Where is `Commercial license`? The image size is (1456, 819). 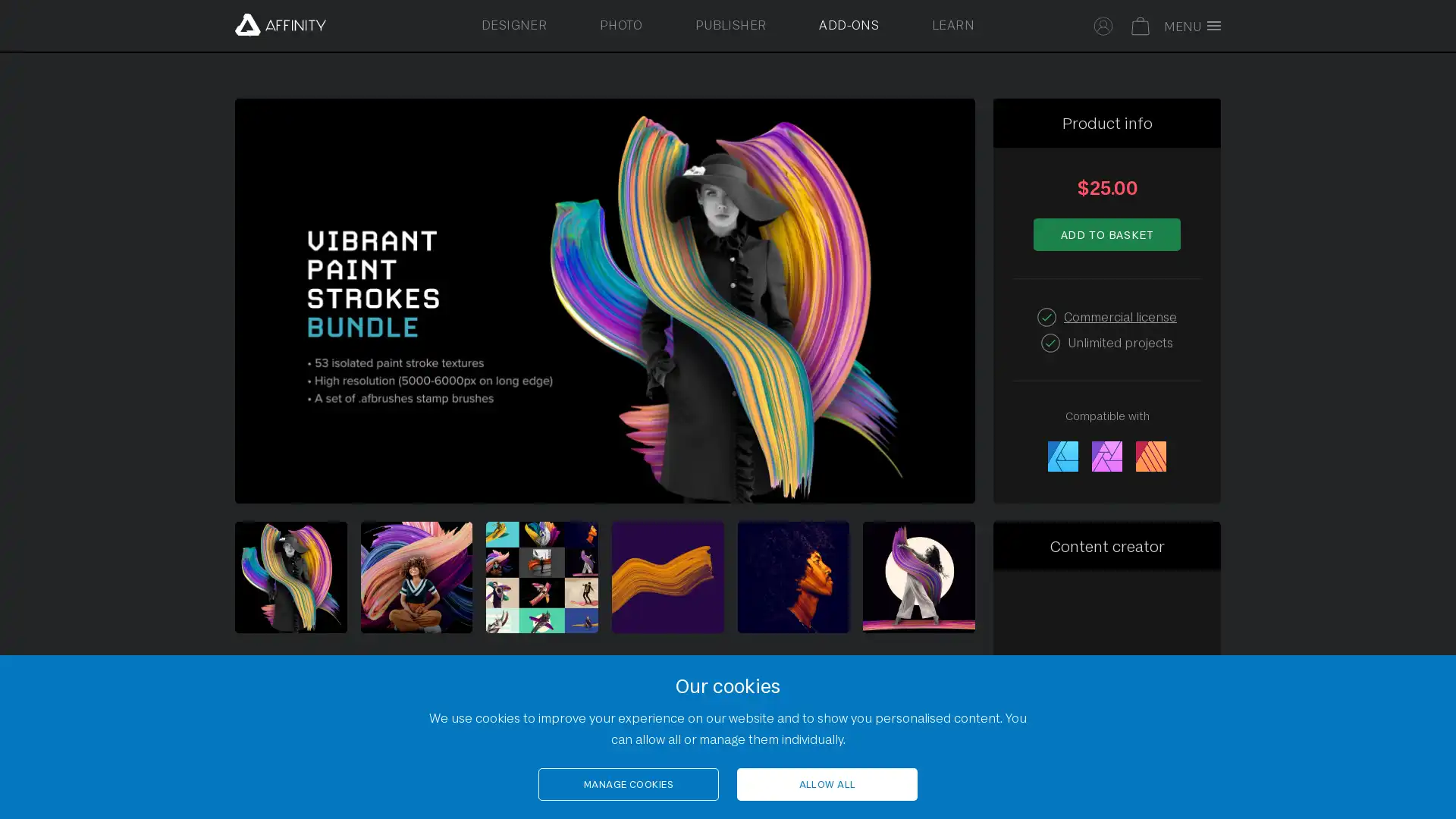 Commercial license is located at coordinates (1120, 315).